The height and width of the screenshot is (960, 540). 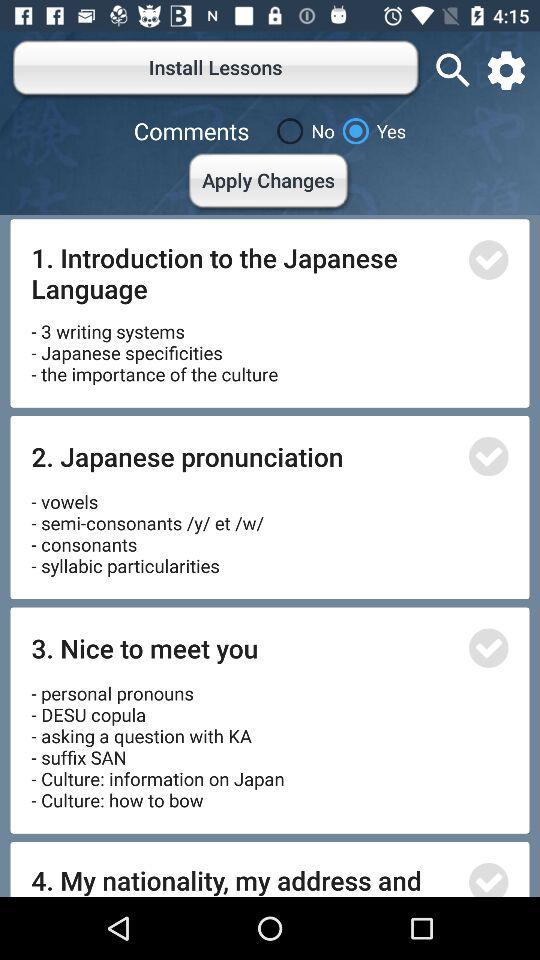 I want to click on the icon above the 3 writing systems item, so click(x=243, y=272).